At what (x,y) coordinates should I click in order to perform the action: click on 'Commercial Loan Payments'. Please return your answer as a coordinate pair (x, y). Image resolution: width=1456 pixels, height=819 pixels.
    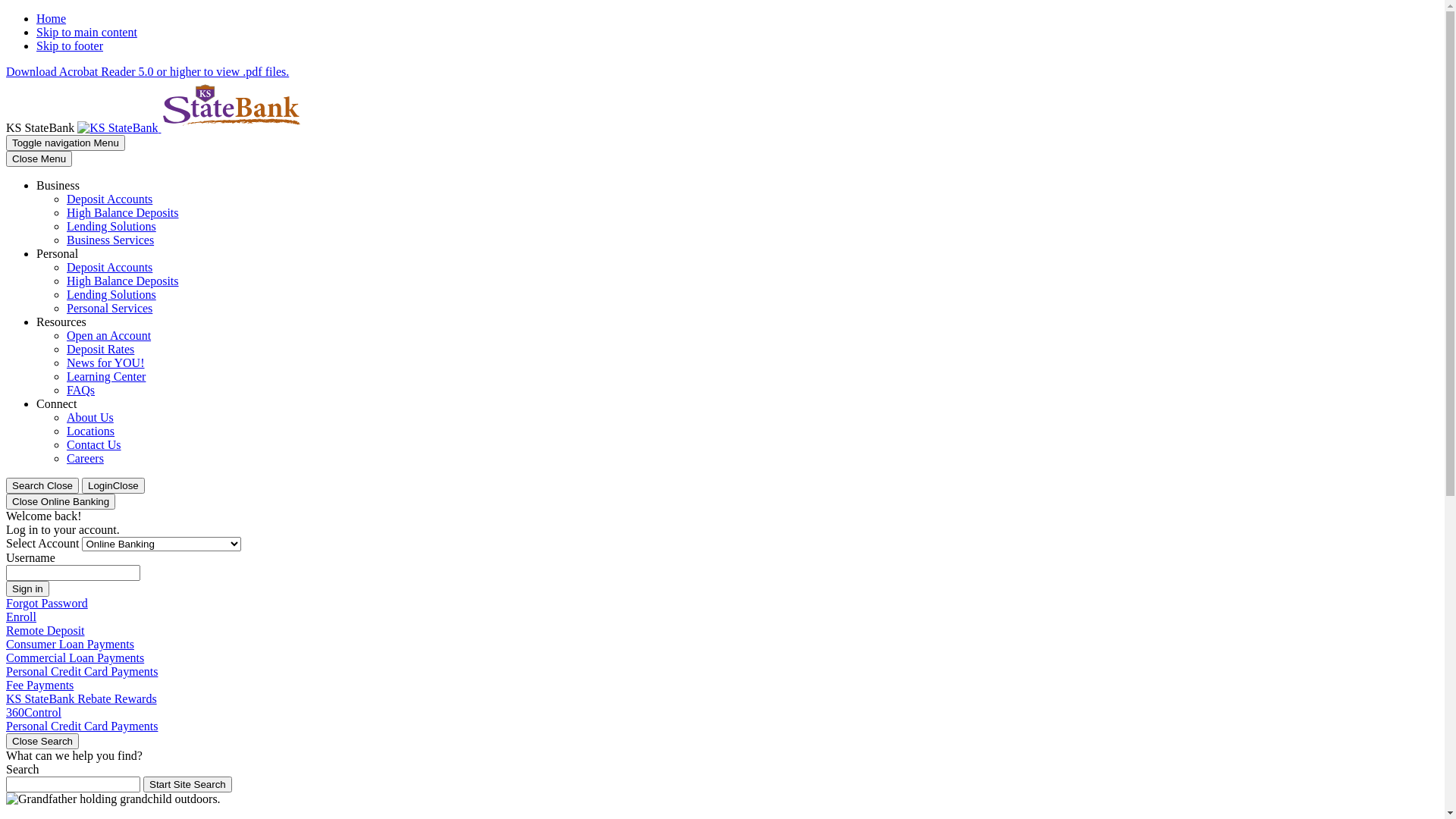
    Looking at the image, I should click on (74, 657).